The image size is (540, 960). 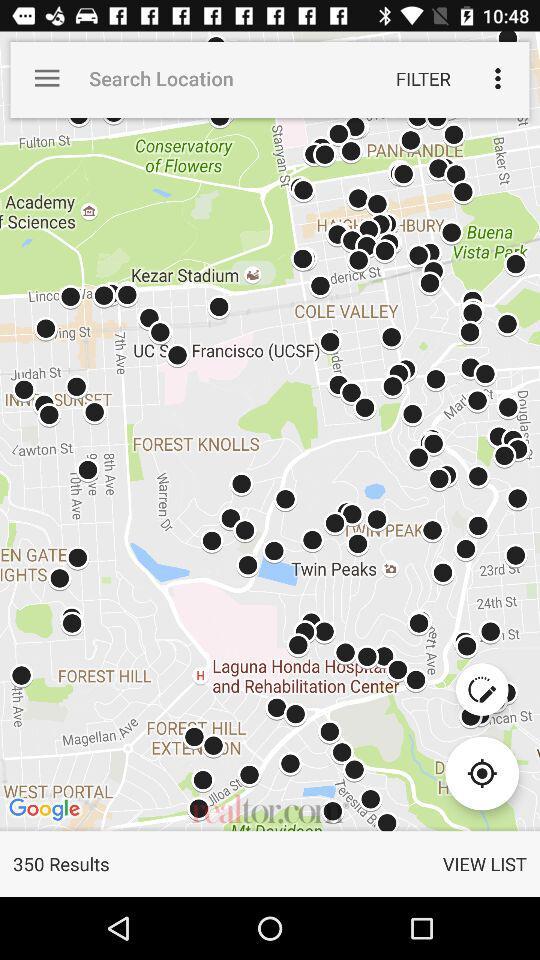 I want to click on filter app, so click(x=422, y=78).